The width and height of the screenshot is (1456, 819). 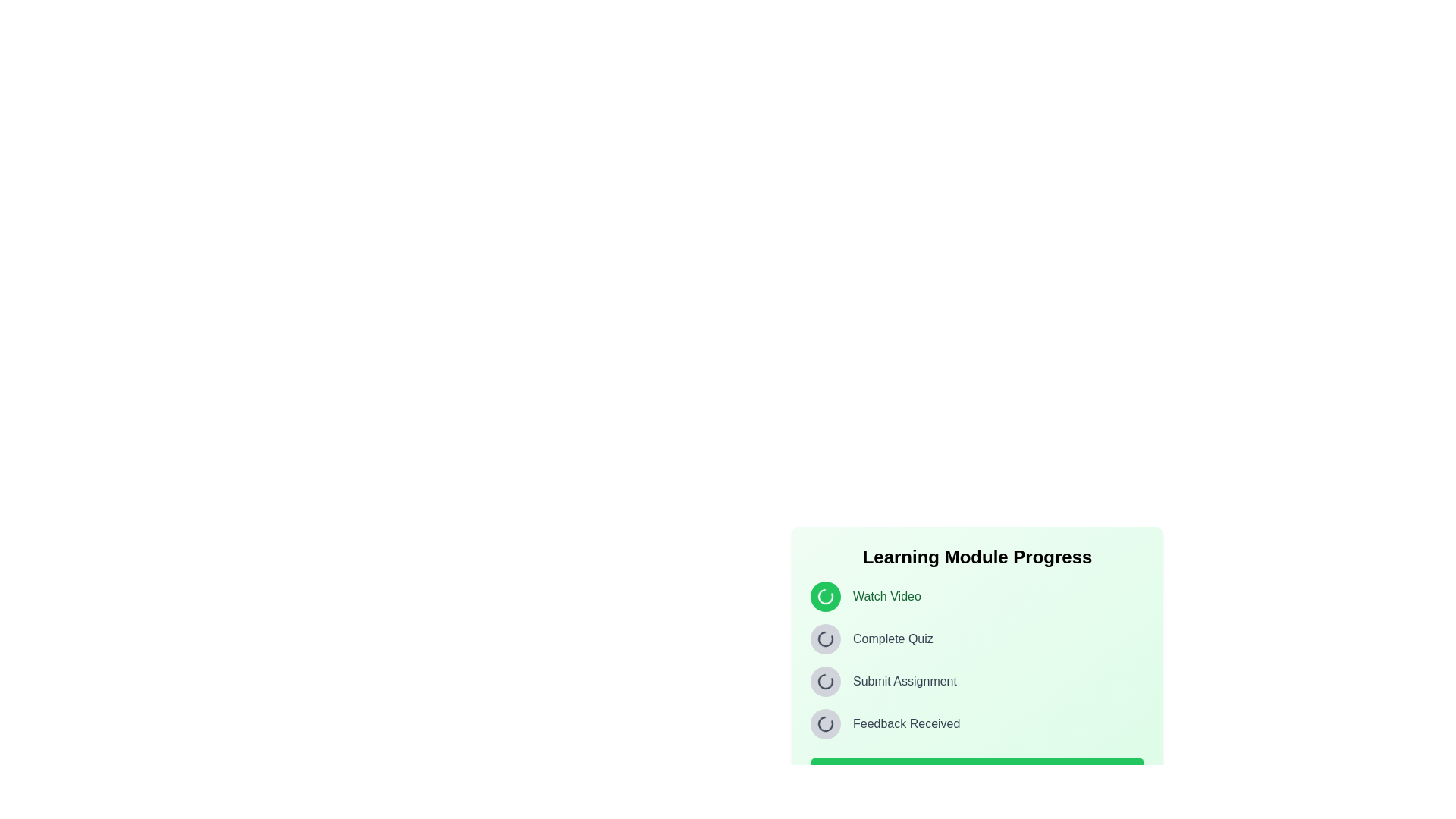 What do you see at coordinates (825, 639) in the screenshot?
I see `the status of the loading spinner icon located to the left of the 'Complete Quiz' text in the 'Learning Module Progress' section` at bounding box center [825, 639].